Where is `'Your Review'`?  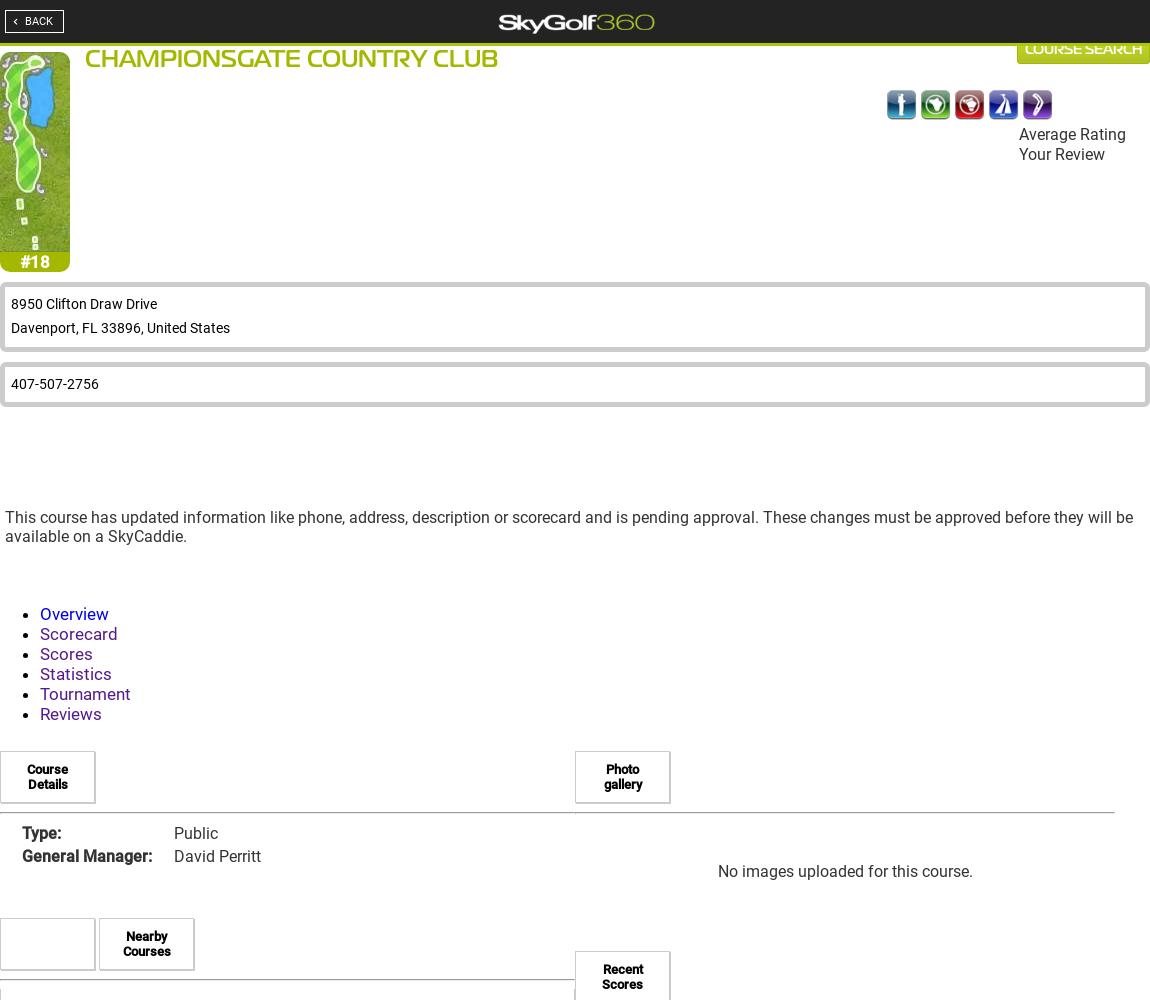
'Your Review' is located at coordinates (1062, 154).